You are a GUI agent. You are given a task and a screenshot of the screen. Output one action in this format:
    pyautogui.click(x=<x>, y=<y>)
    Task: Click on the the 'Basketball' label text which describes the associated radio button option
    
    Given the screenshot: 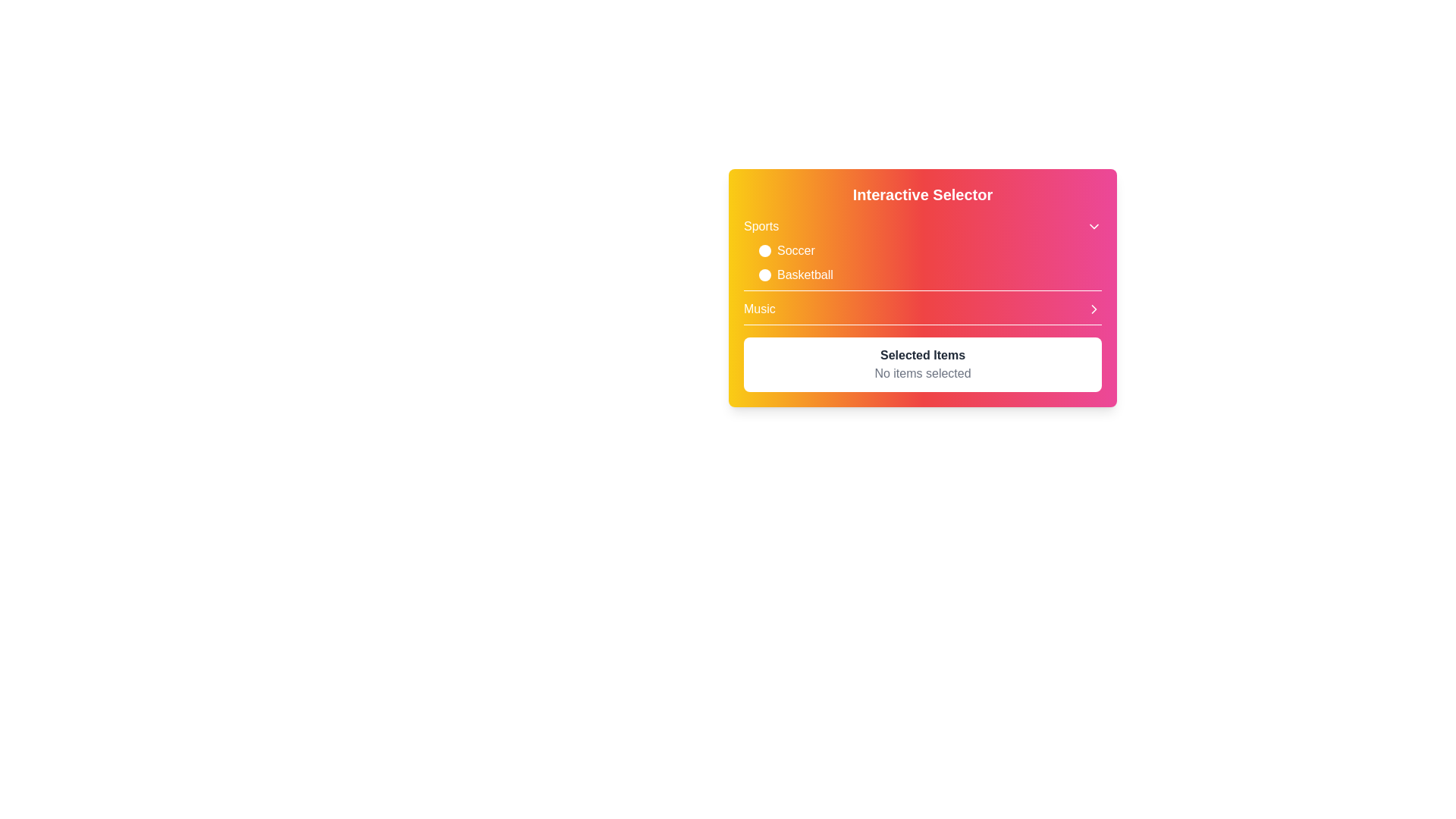 What is the action you would take?
    pyautogui.click(x=804, y=275)
    